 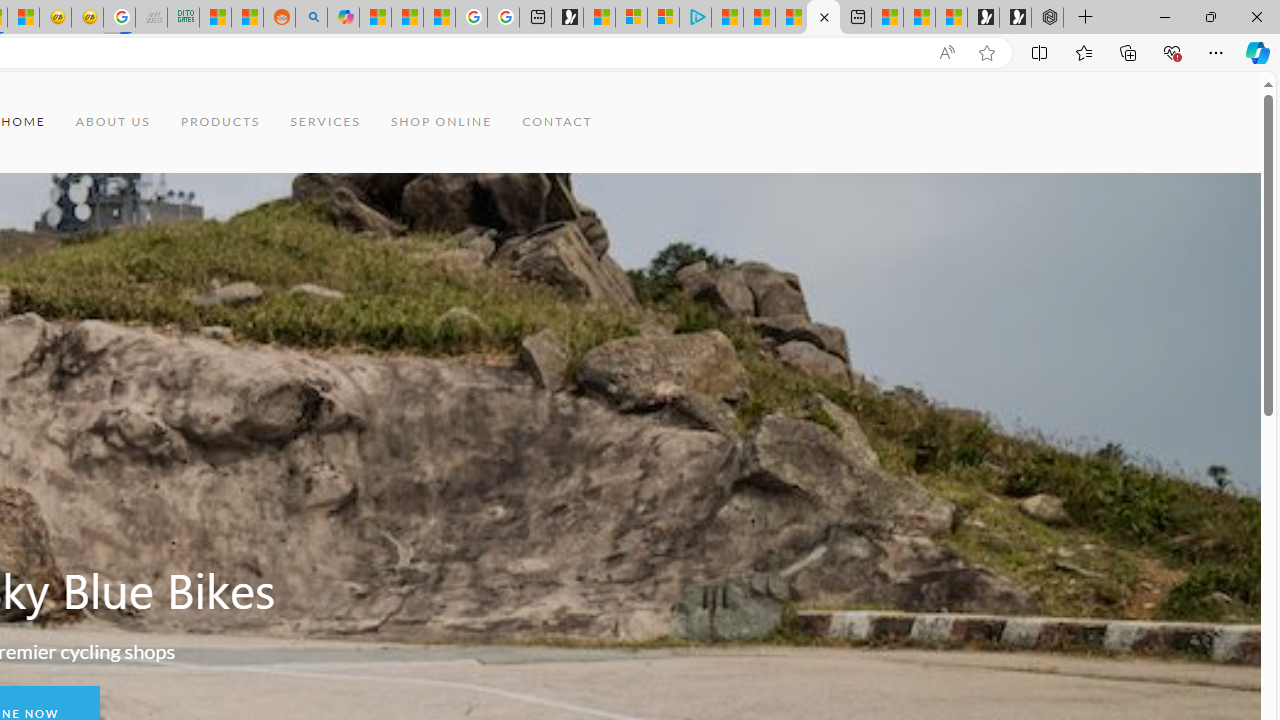 What do you see at coordinates (112, 122) in the screenshot?
I see `'ABOUT US'` at bounding box center [112, 122].